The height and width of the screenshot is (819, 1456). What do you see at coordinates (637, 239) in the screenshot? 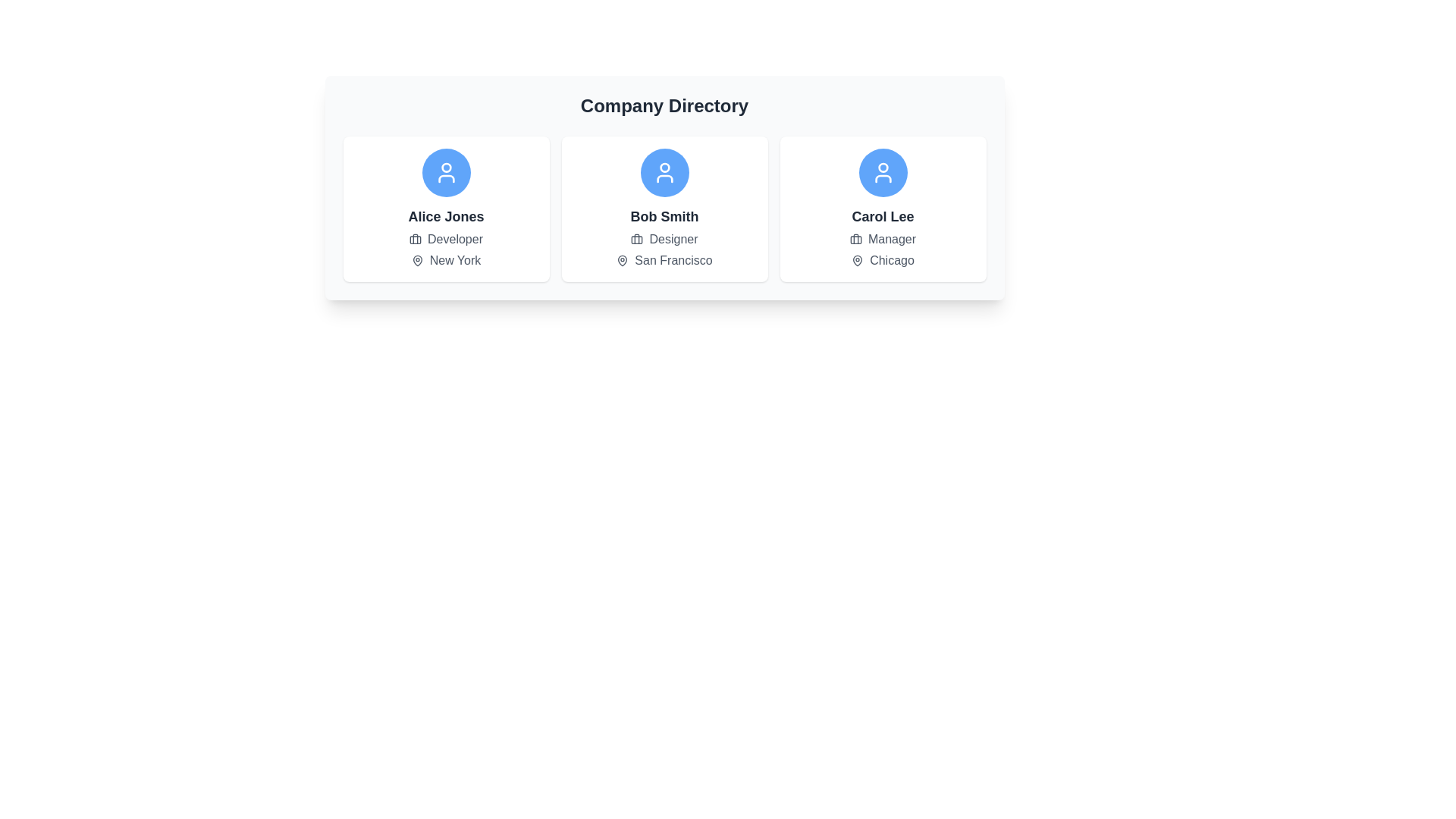
I see `profession icon representing 'Designer' for user 'Bob Smith', located in the middle column of the profile card under 'Company Directory'` at bounding box center [637, 239].